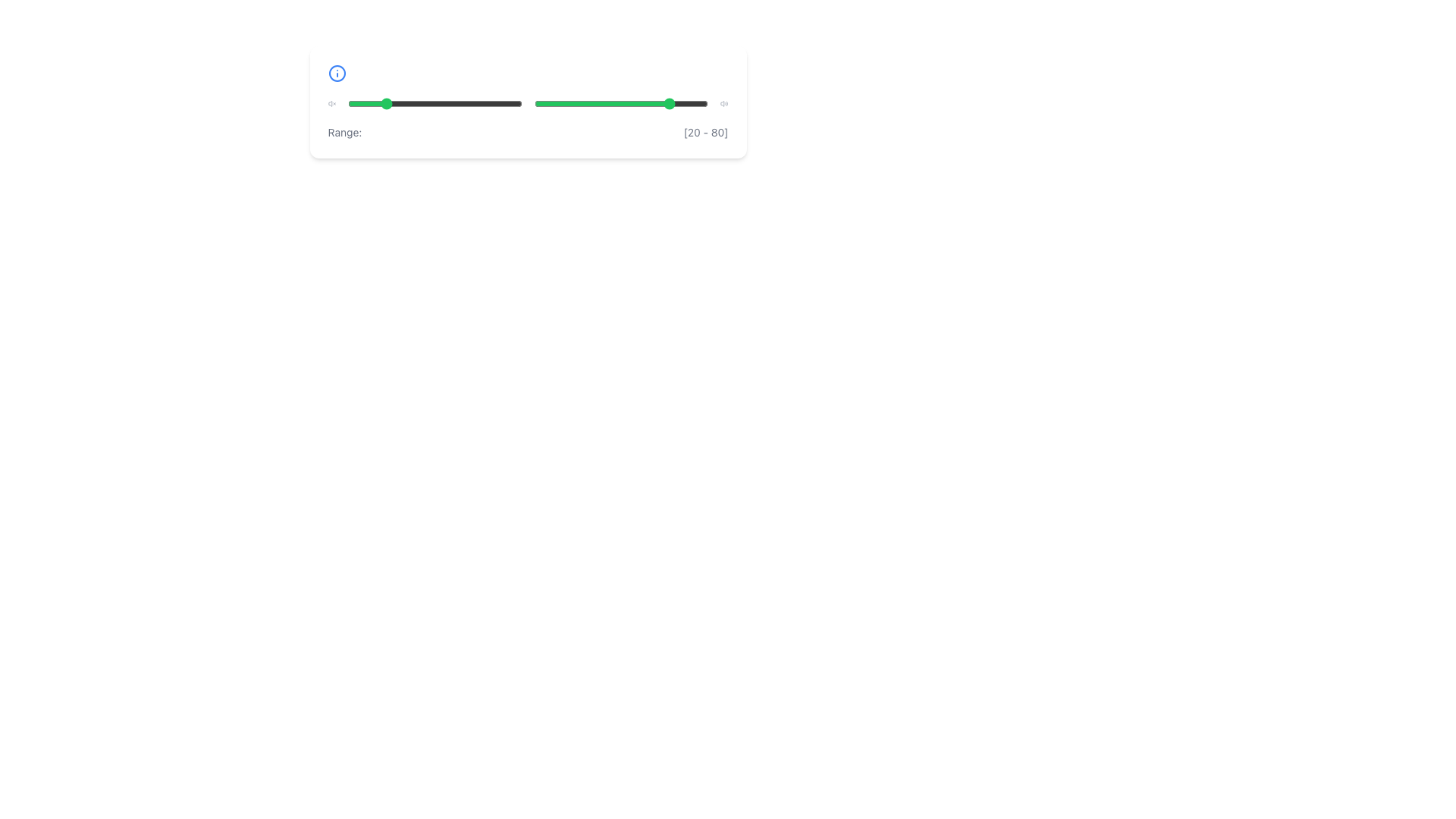  What do you see at coordinates (548, 103) in the screenshot?
I see `the slider value` at bounding box center [548, 103].